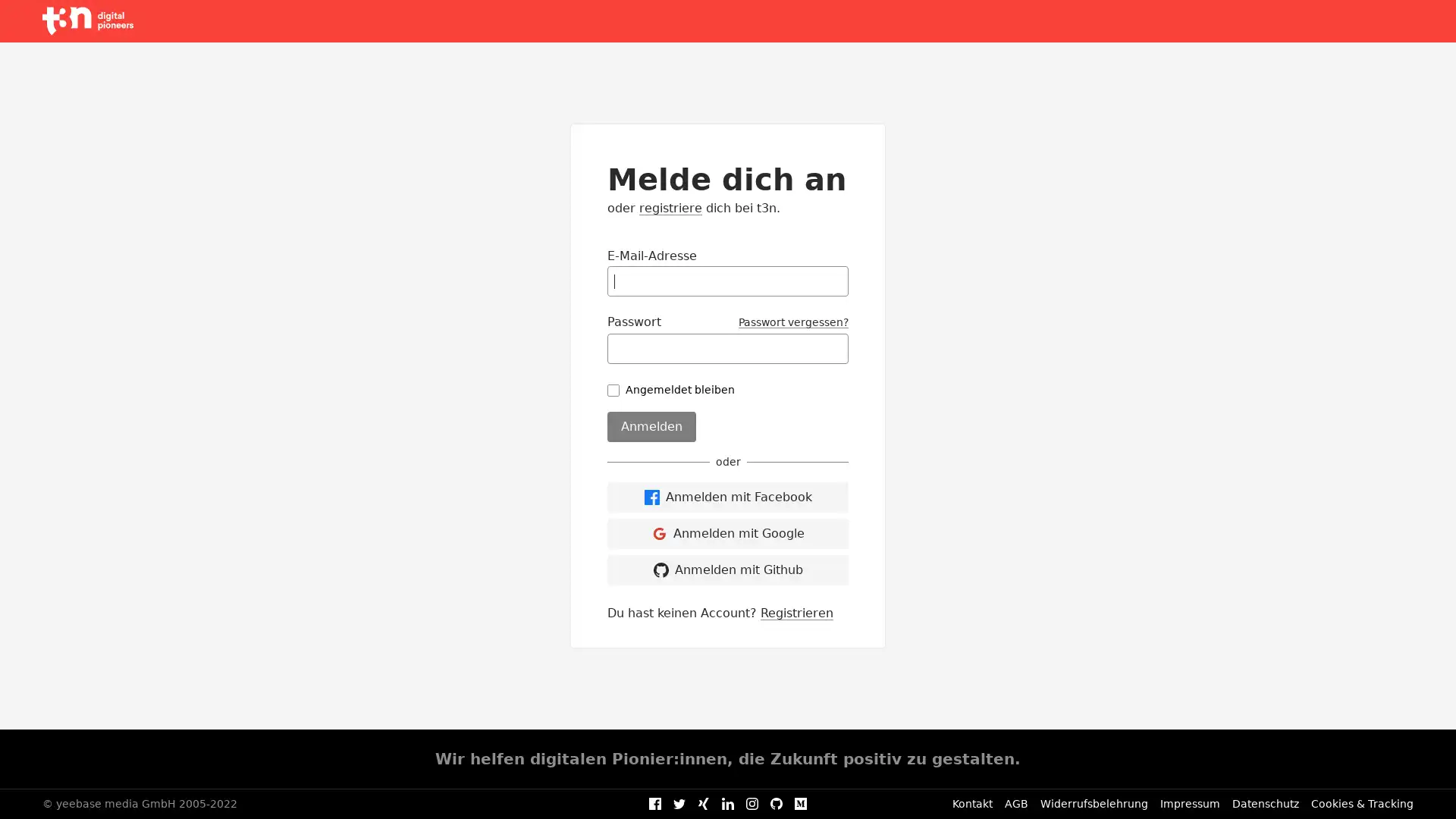 Image resolution: width=1456 pixels, height=819 pixels. Describe the element at coordinates (728, 497) in the screenshot. I see `Anmelden mit Facebook` at that location.